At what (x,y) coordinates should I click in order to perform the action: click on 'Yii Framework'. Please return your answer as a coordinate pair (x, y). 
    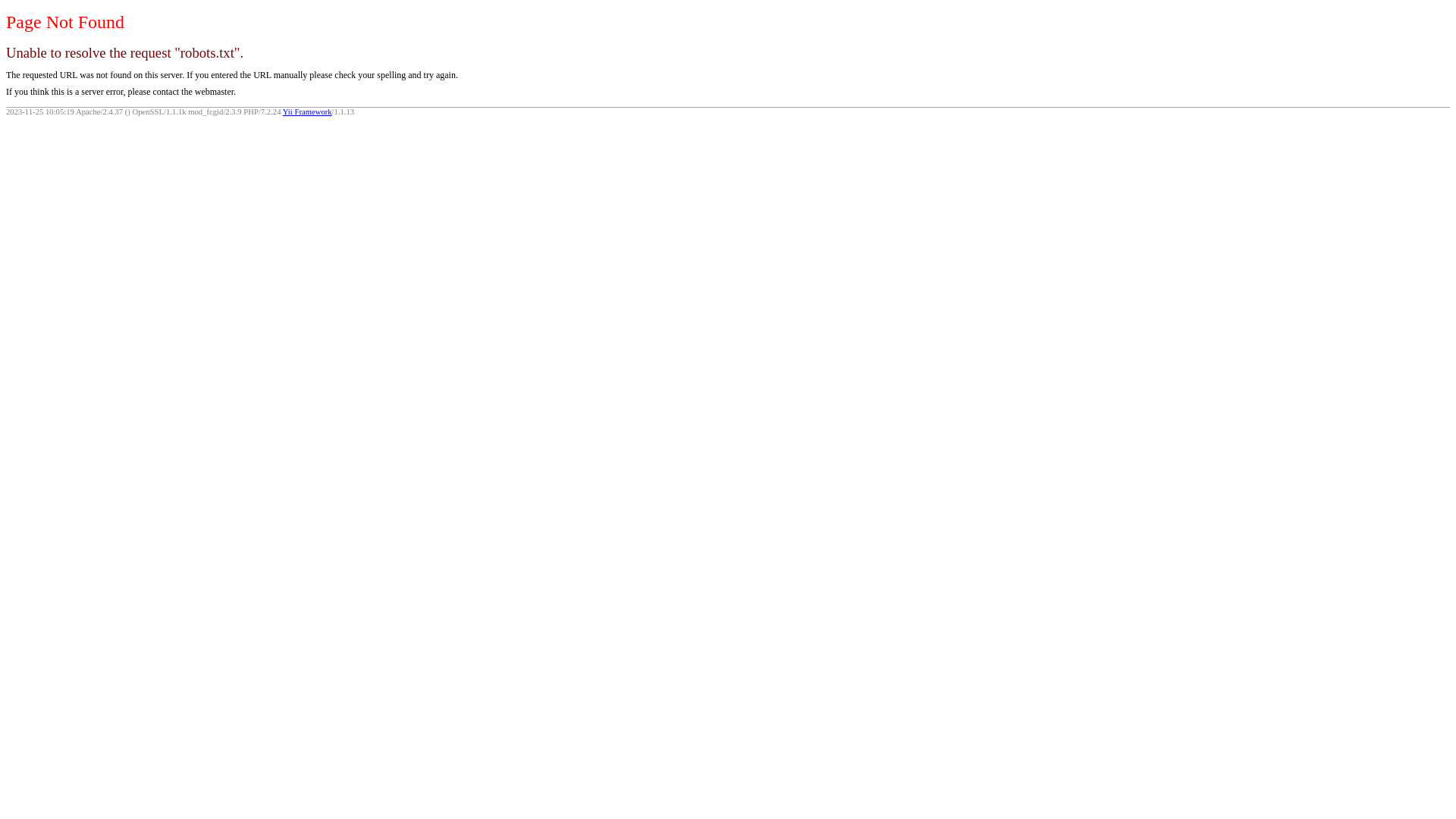
    Looking at the image, I should click on (306, 111).